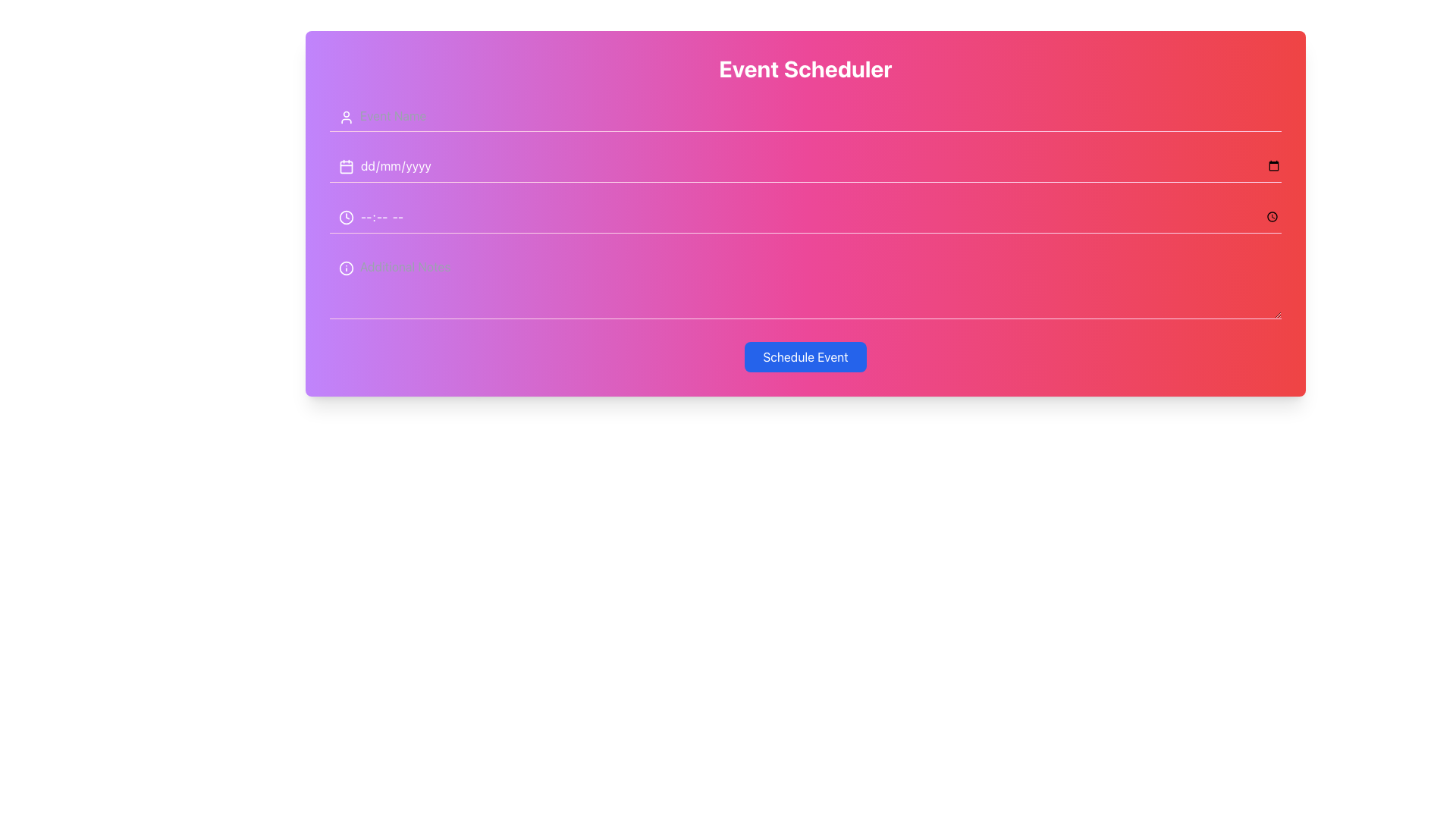 The height and width of the screenshot is (819, 1456). What do you see at coordinates (345, 166) in the screenshot?
I see `the small calendar icon outlined in white, positioned just before the date input field labeled 'dd/mm/yyyy'` at bounding box center [345, 166].